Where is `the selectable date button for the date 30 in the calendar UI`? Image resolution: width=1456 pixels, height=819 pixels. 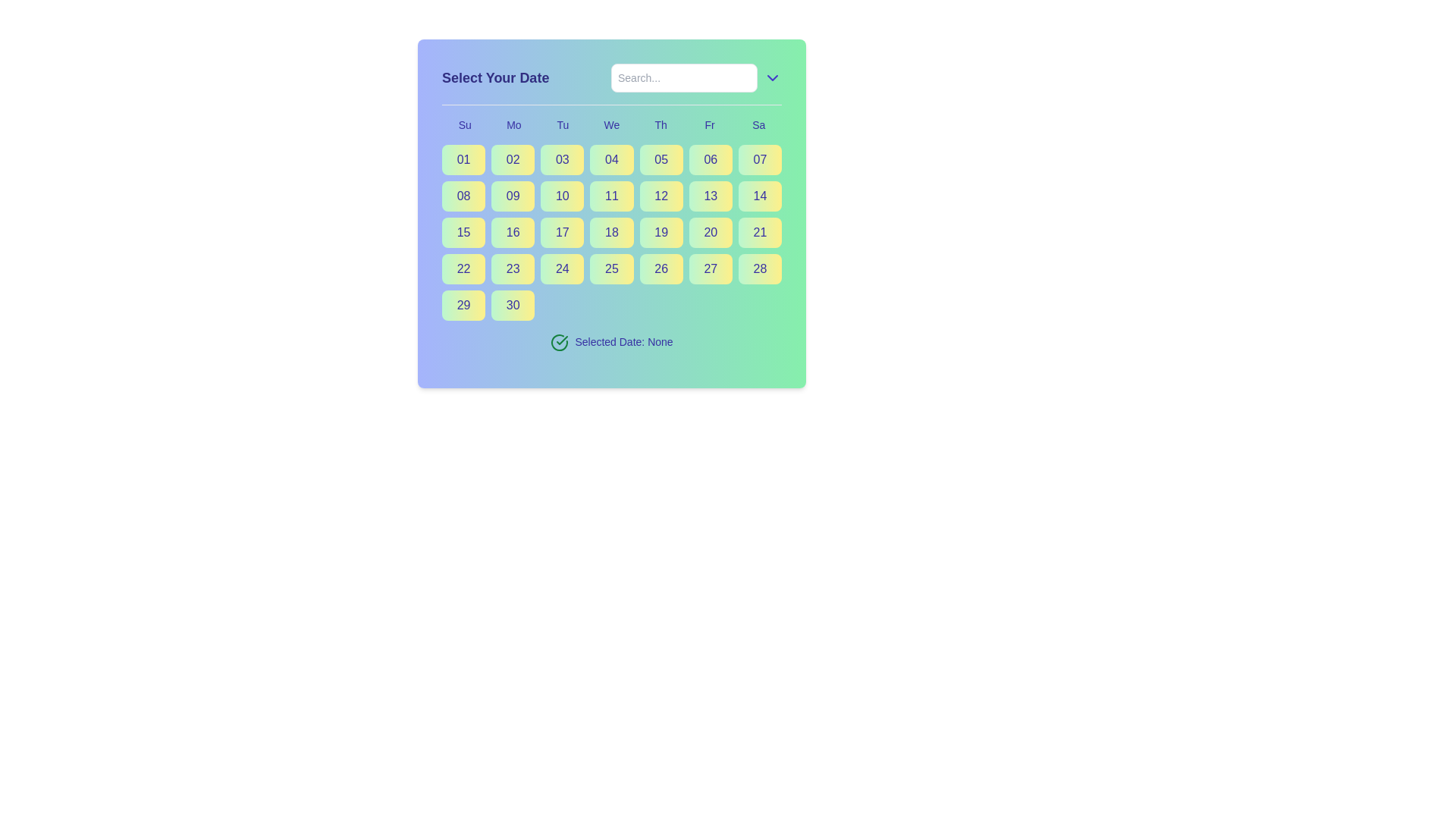
the selectable date button for the date 30 in the calendar UI is located at coordinates (513, 305).